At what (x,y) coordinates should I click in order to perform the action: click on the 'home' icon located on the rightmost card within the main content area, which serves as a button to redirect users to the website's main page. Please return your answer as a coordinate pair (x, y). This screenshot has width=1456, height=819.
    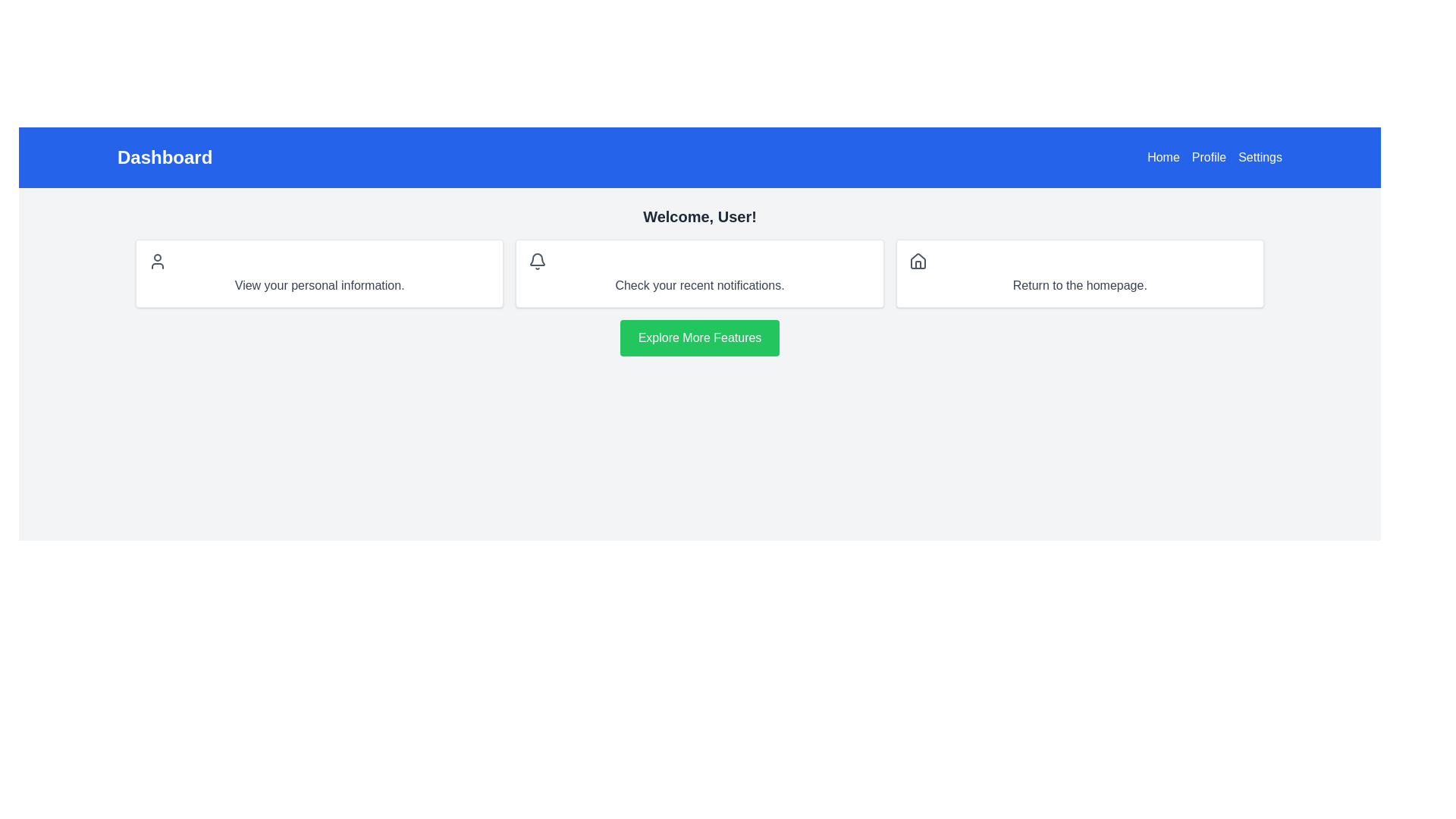
    Looking at the image, I should click on (917, 260).